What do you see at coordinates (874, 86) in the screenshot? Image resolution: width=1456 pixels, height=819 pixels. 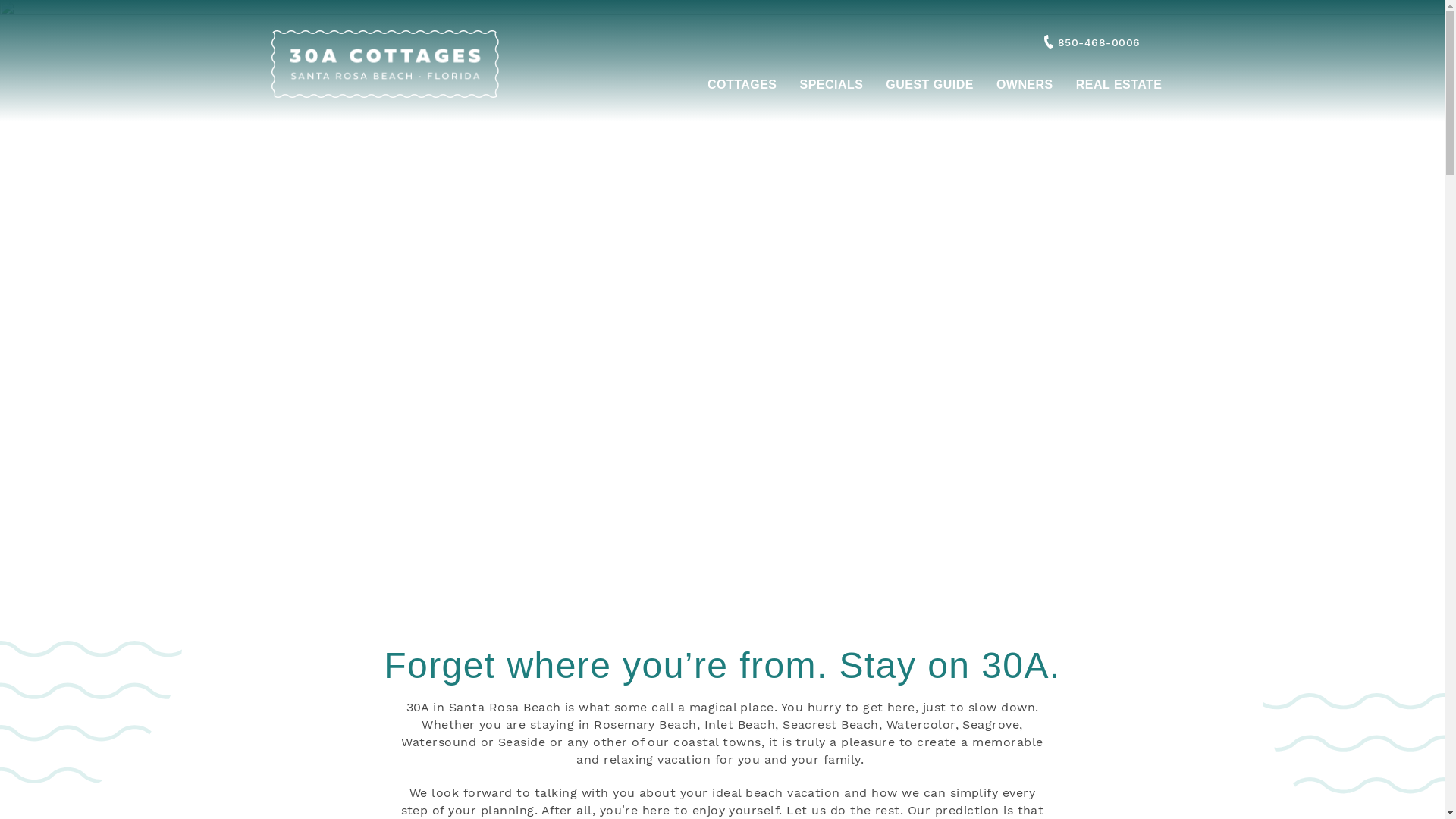 I see `'GUEST GUIDE'` at bounding box center [874, 86].